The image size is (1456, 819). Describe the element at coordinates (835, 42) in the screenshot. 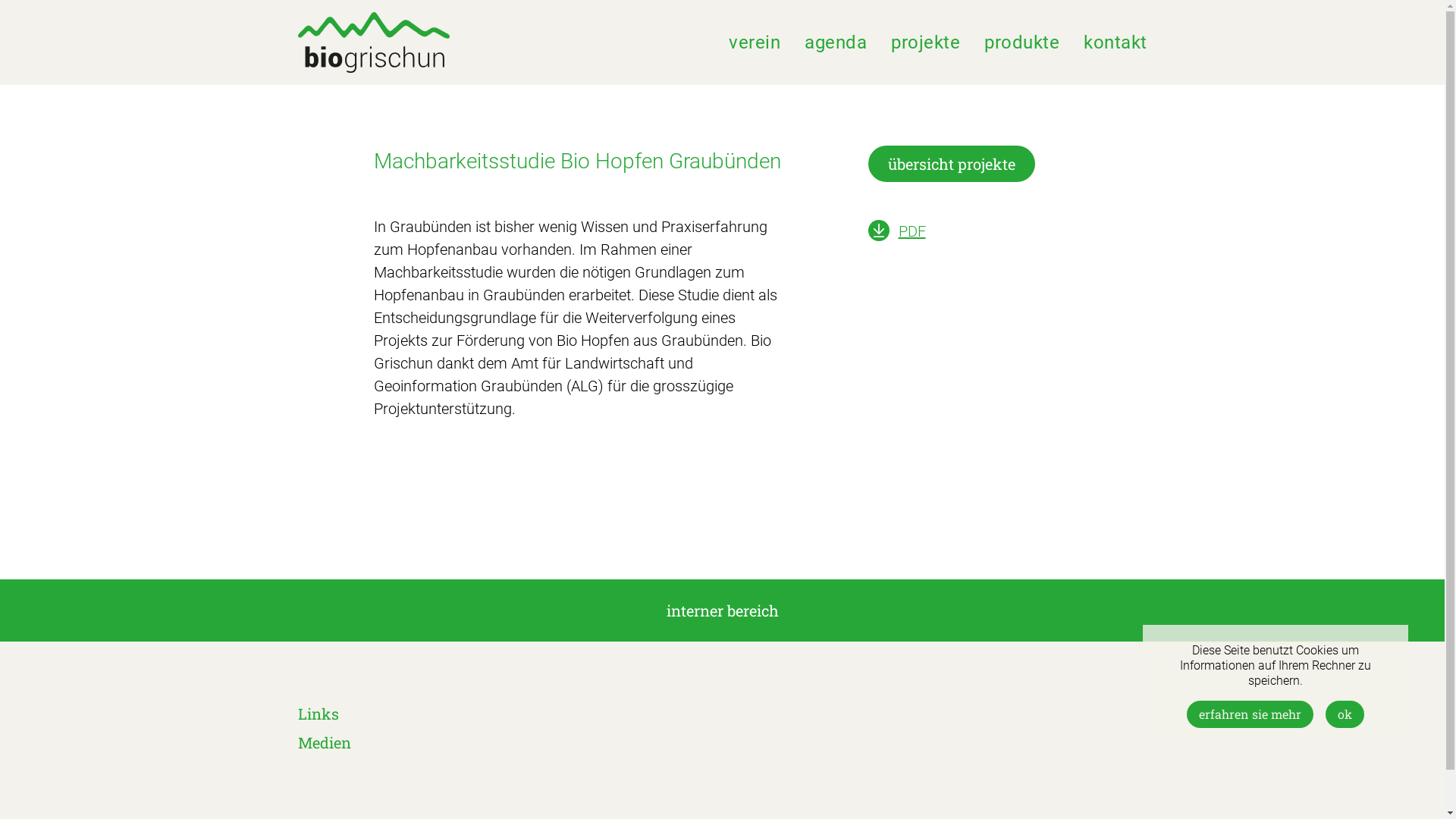

I see `'agenda'` at that location.